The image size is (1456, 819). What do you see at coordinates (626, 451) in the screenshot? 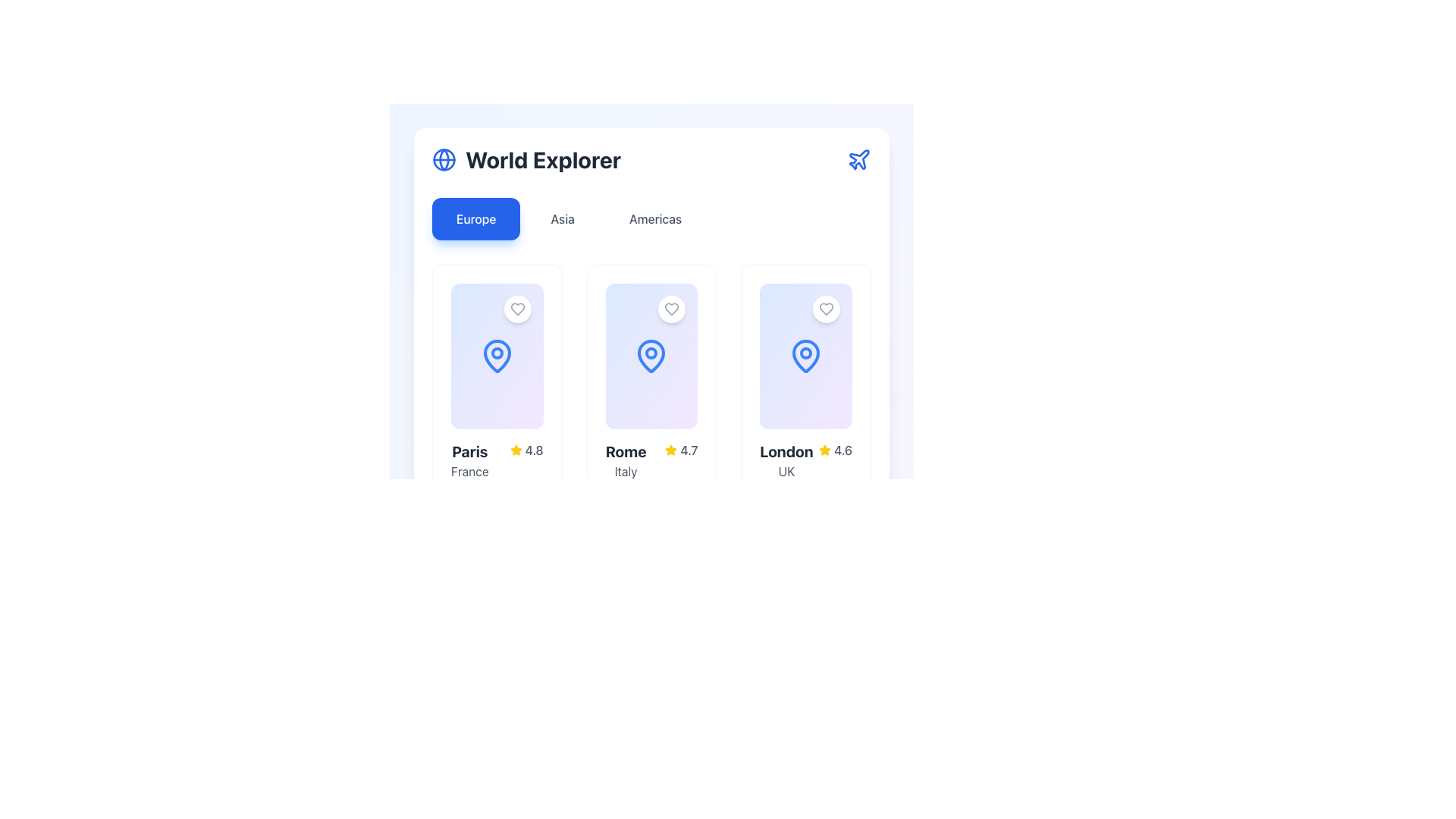
I see `the Text Label displaying 'Rome' in bold, large font, which is located above the text 'Italy' within a card layout` at bounding box center [626, 451].